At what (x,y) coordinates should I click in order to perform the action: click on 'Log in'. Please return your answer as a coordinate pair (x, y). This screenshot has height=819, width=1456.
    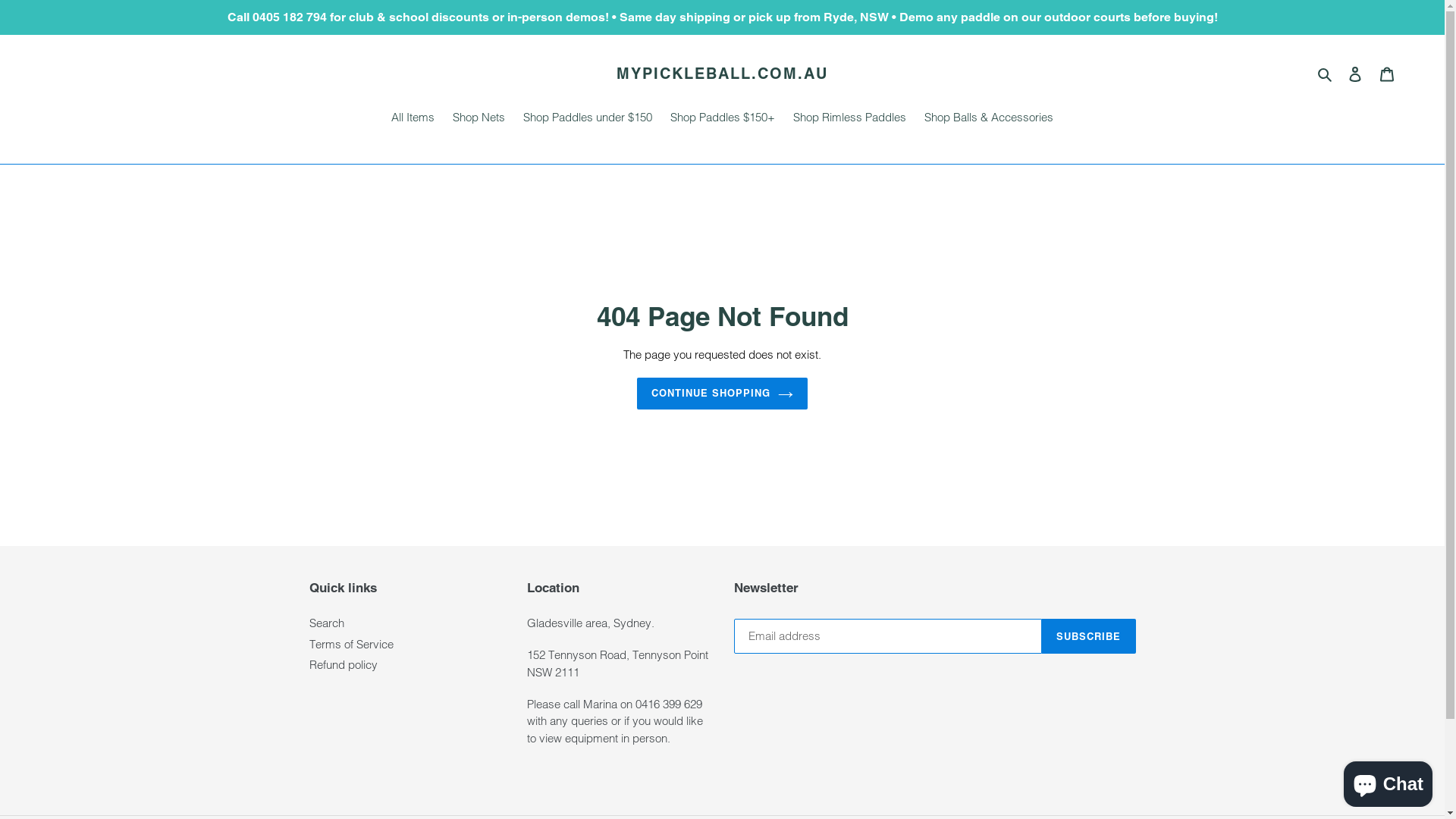
    Looking at the image, I should click on (1354, 74).